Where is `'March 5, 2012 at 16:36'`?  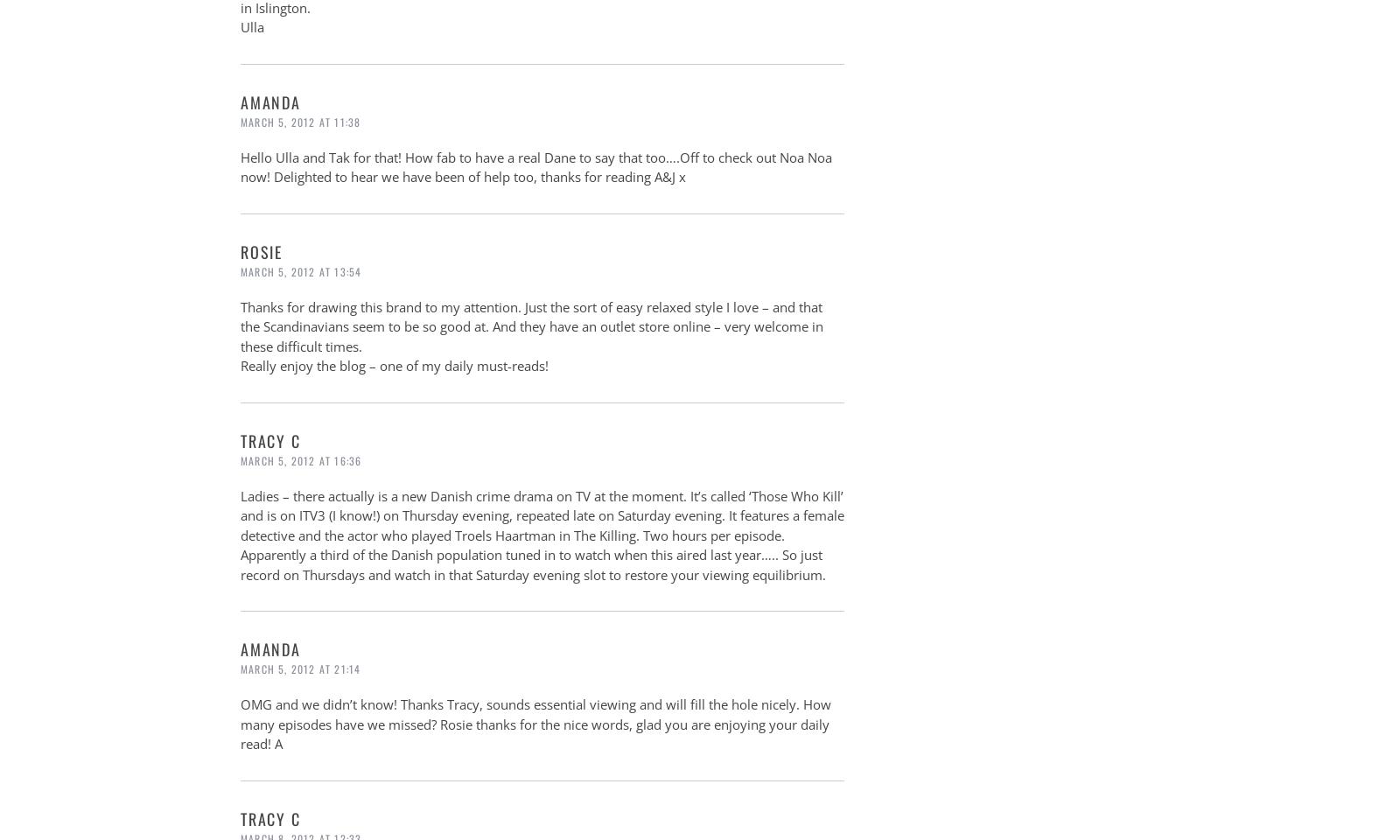 'March 5, 2012 at 16:36' is located at coordinates (241, 458).